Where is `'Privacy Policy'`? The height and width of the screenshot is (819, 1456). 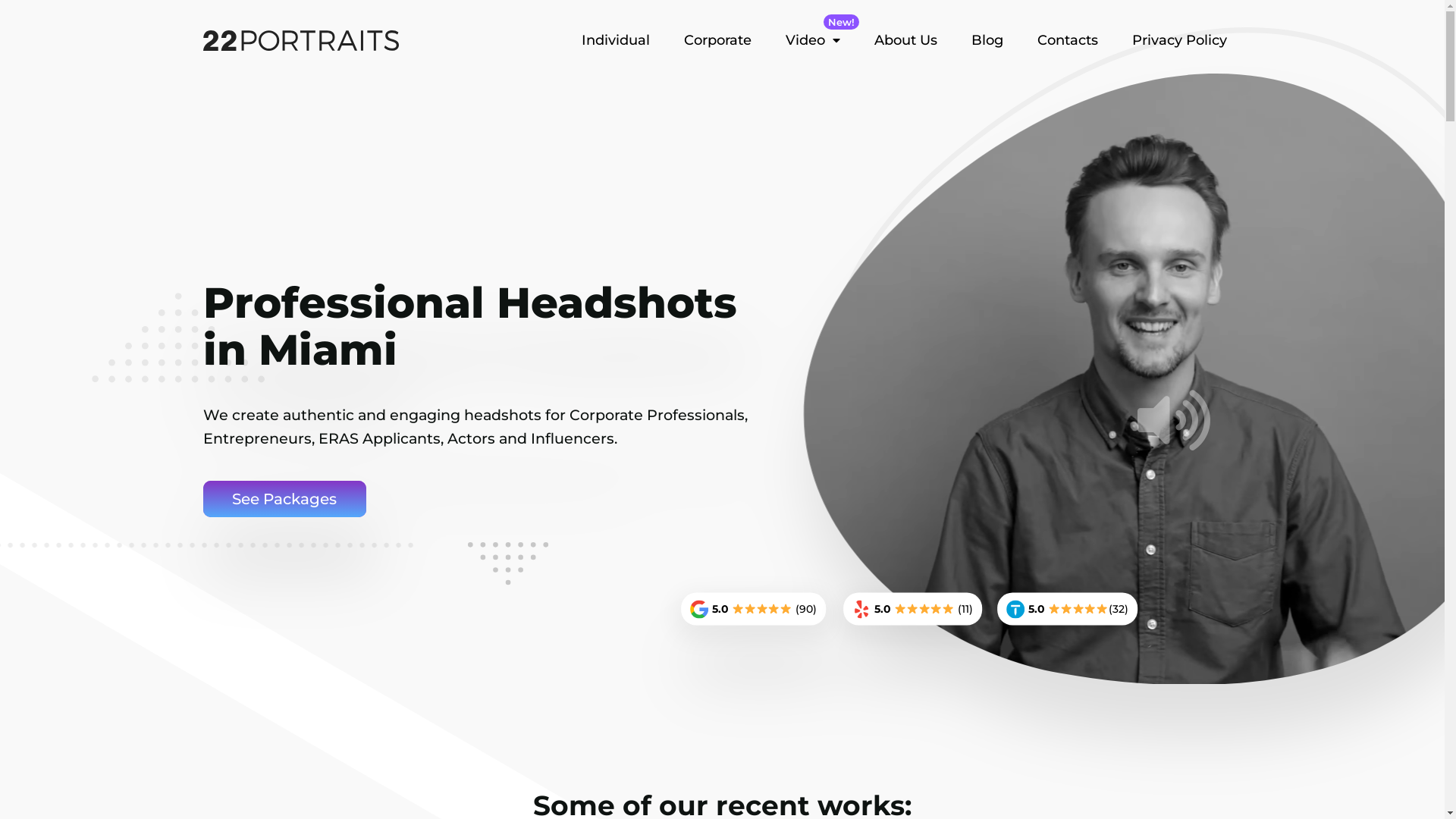 'Privacy Policy' is located at coordinates (1178, 39).